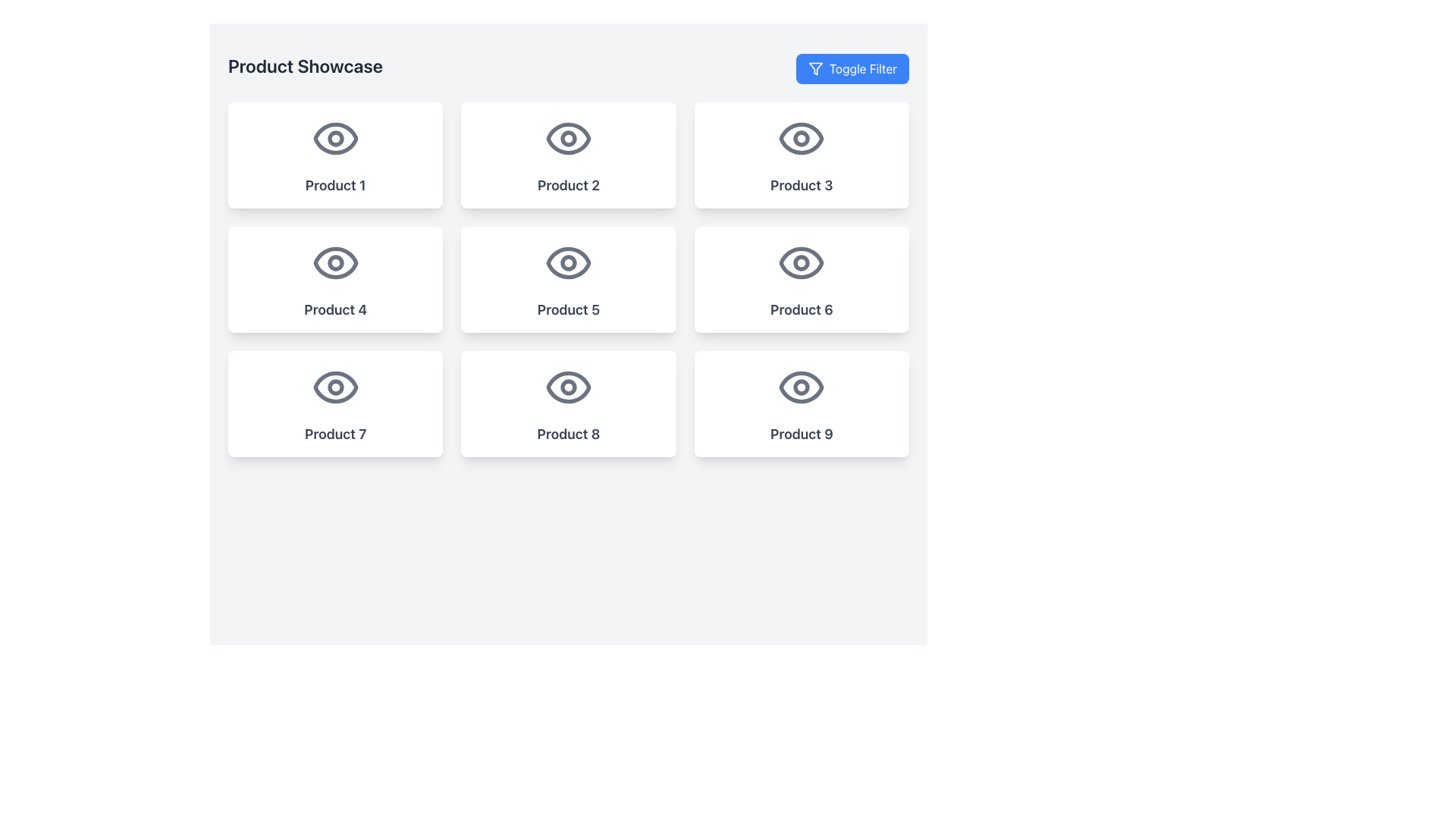 This screenshot has height=819, width=1456. Describe the element at coordinates (334, 309) in the screenshot. I see `the 'Product 4' text label located in the second row and first column of the grid layout within its card, positioned at the bottom below the eye icon` at that location.